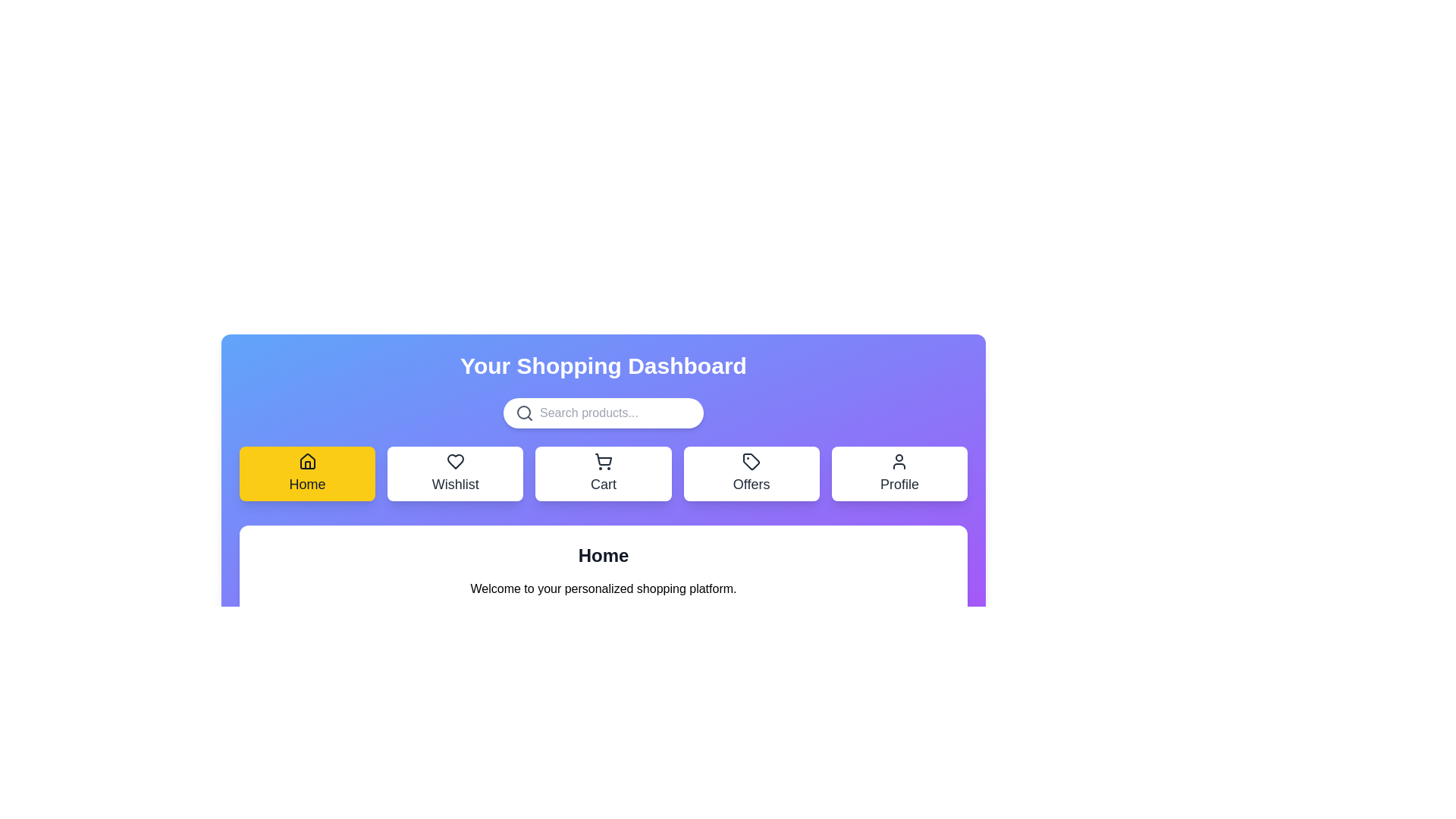  Describe the element at coordinates (603, 472) in the screenshot. I see `the third navigation button in the row, which is located between 'Wishlist' and 'Offers'` at that location.